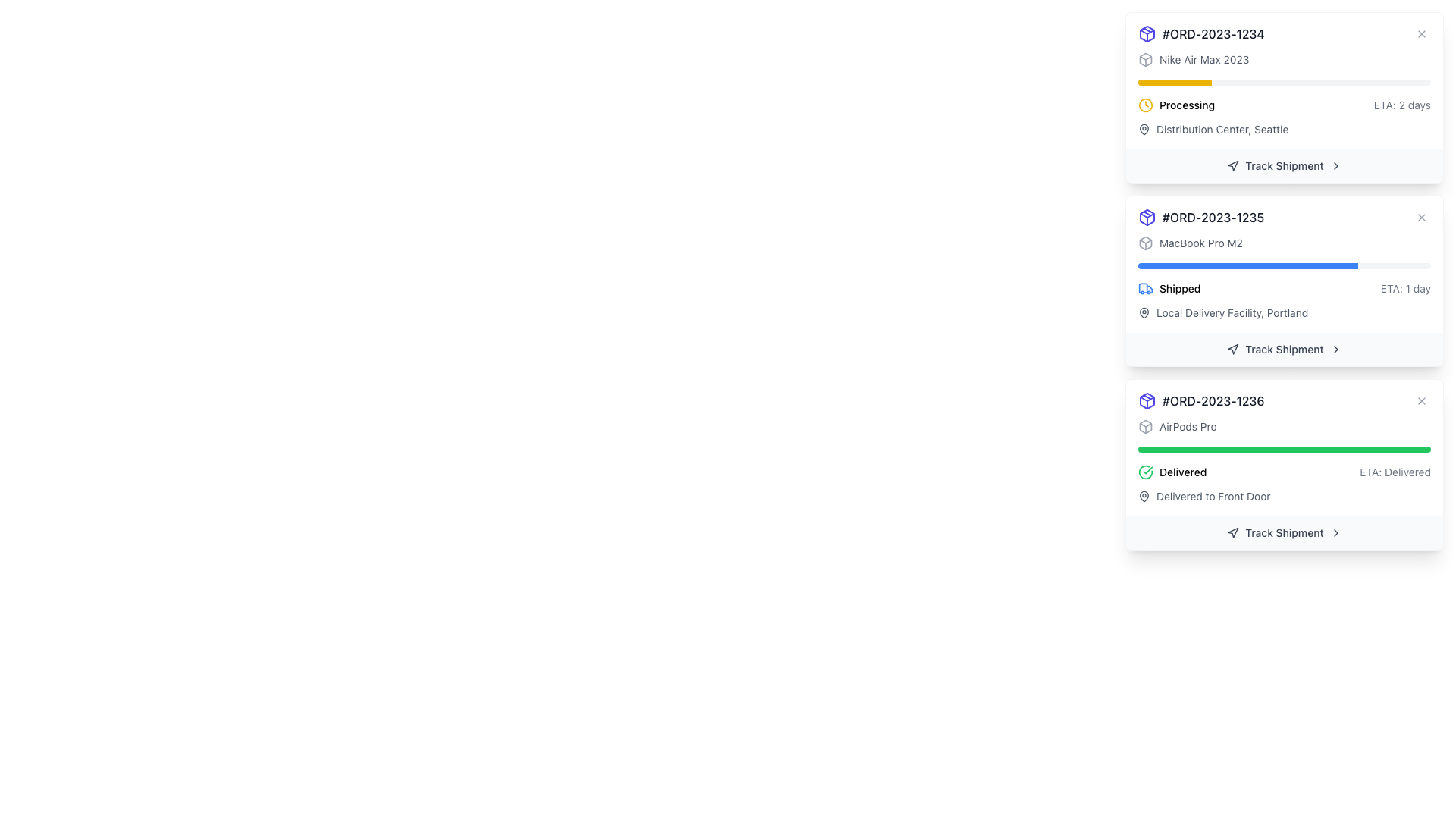  I want to click on text from the unique identifier label for the order, located in the top portion of the second order card, to the right of a small purple package icon, so click(1213, 217).